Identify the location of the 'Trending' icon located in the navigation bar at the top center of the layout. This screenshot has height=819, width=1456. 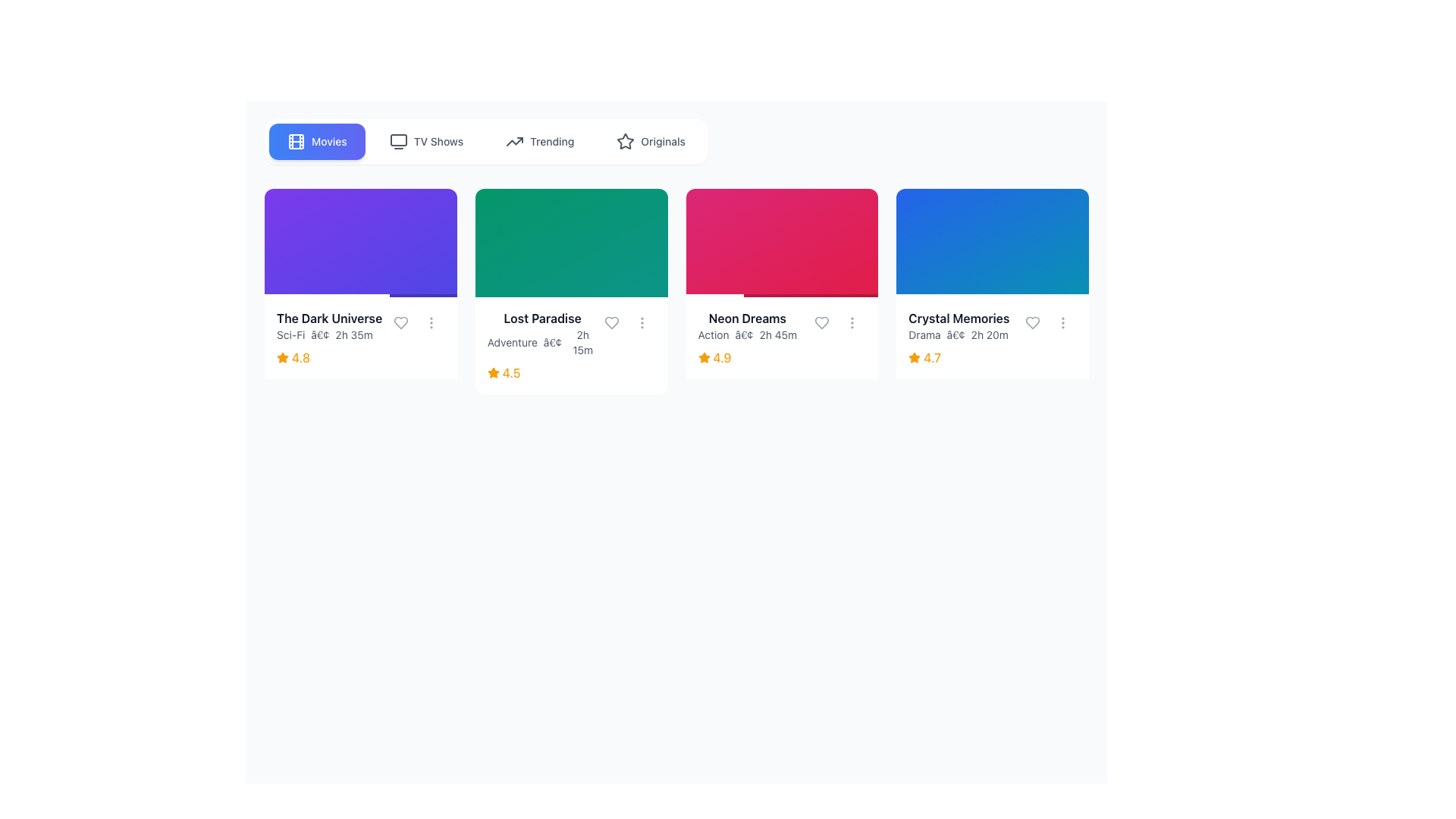
(515, 141).